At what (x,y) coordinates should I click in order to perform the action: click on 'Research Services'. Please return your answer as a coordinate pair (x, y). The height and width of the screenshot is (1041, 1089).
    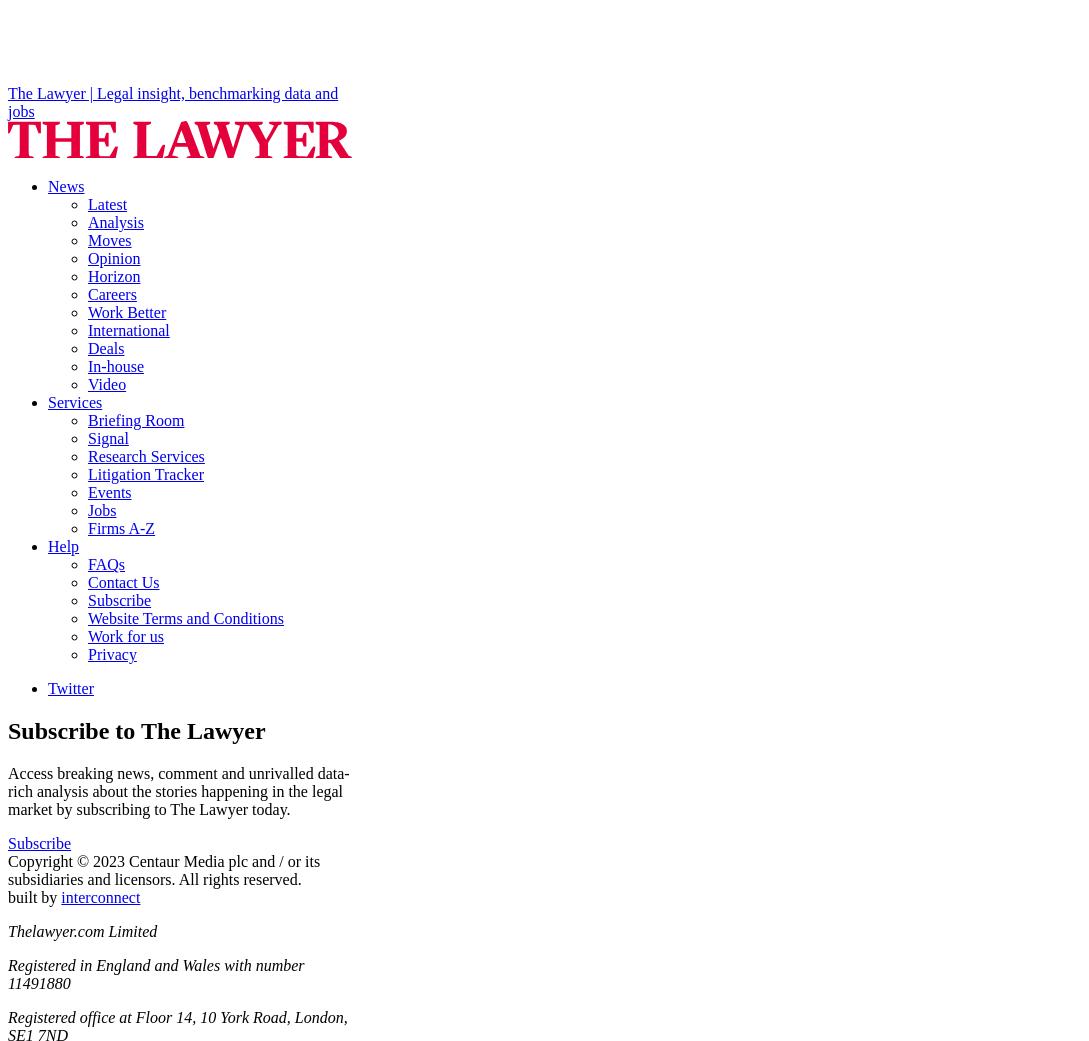
    Looking at the image, I should click on (146, 455).